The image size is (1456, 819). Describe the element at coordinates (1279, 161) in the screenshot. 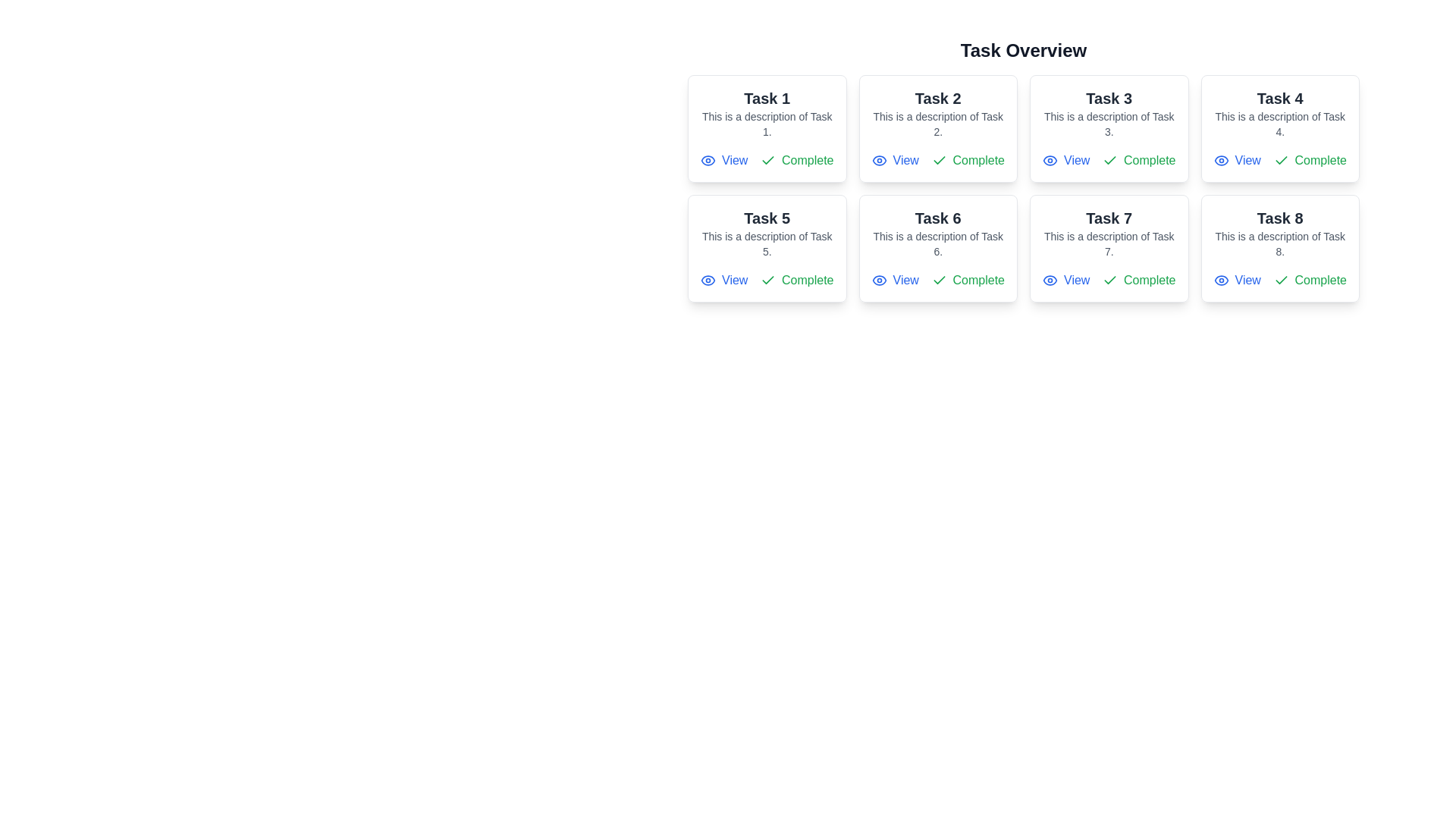

I see `the 'Complete' hyperlink within the Combination group of hyperlinks in the 'Task 4' card` at that location.